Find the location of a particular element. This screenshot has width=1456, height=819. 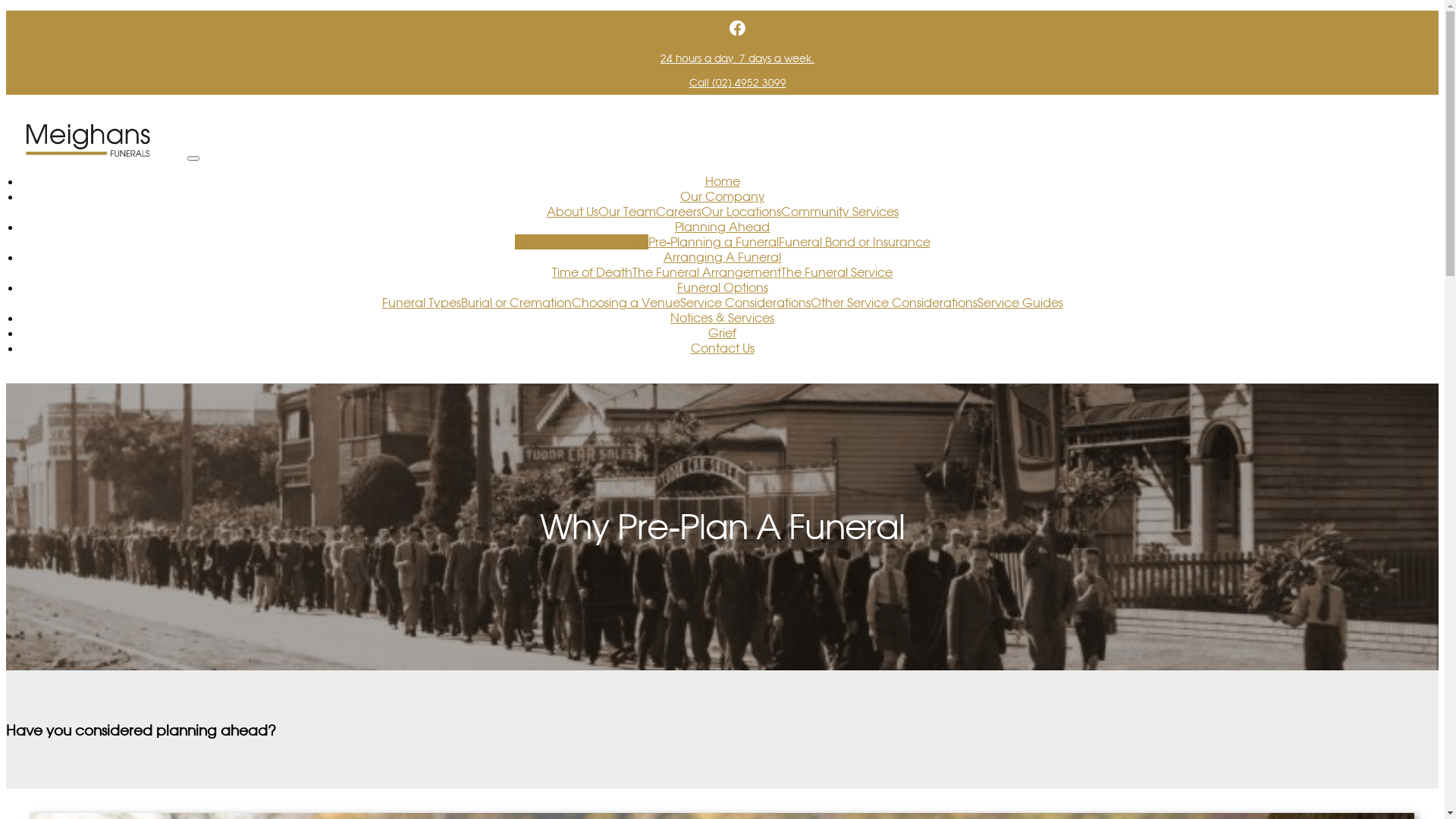

'Community Services' is located at coordinates (839, 211).